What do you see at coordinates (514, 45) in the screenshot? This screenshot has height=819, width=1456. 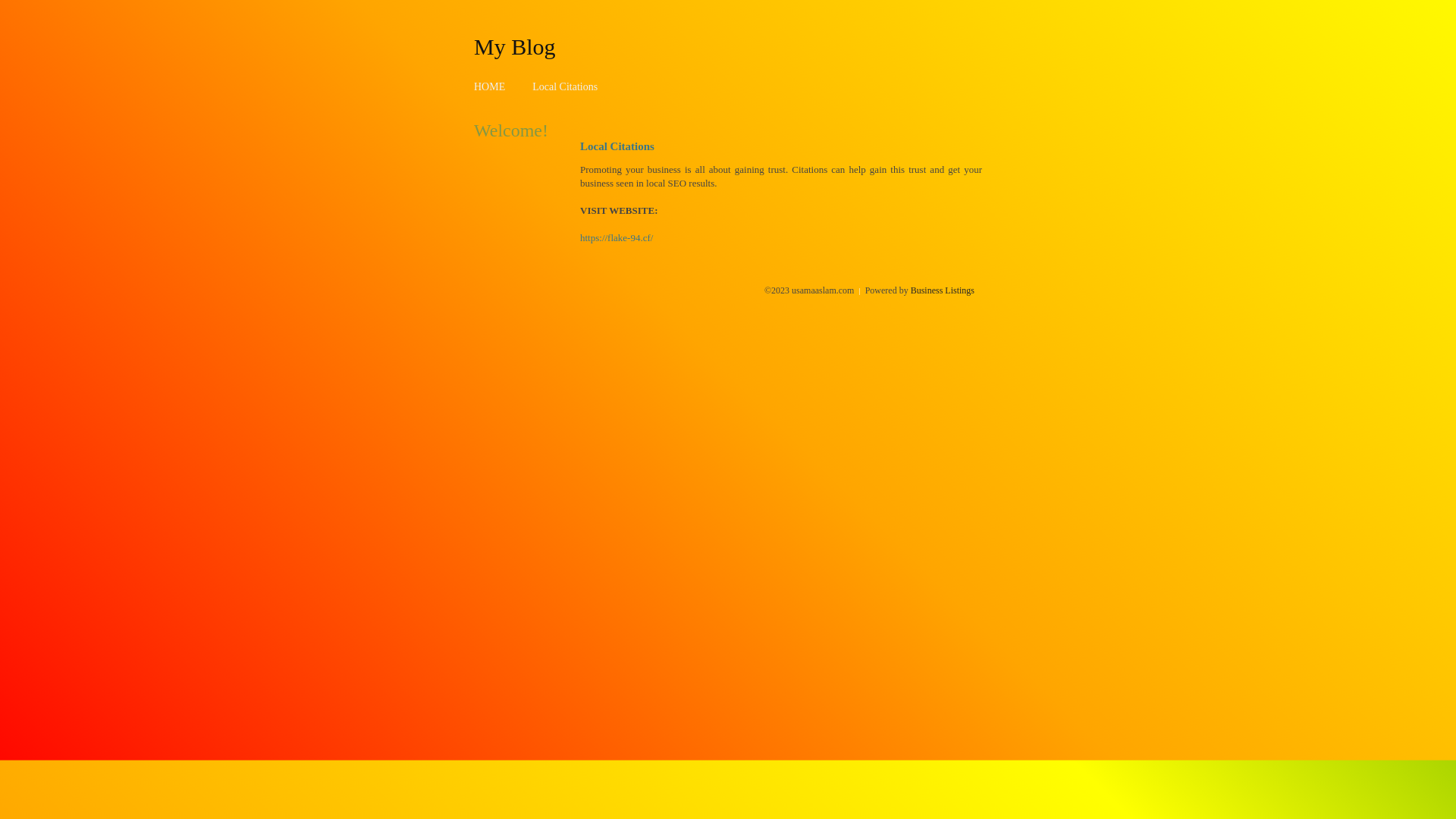 I see `'My Blog'` at bounding box center [514, 45].